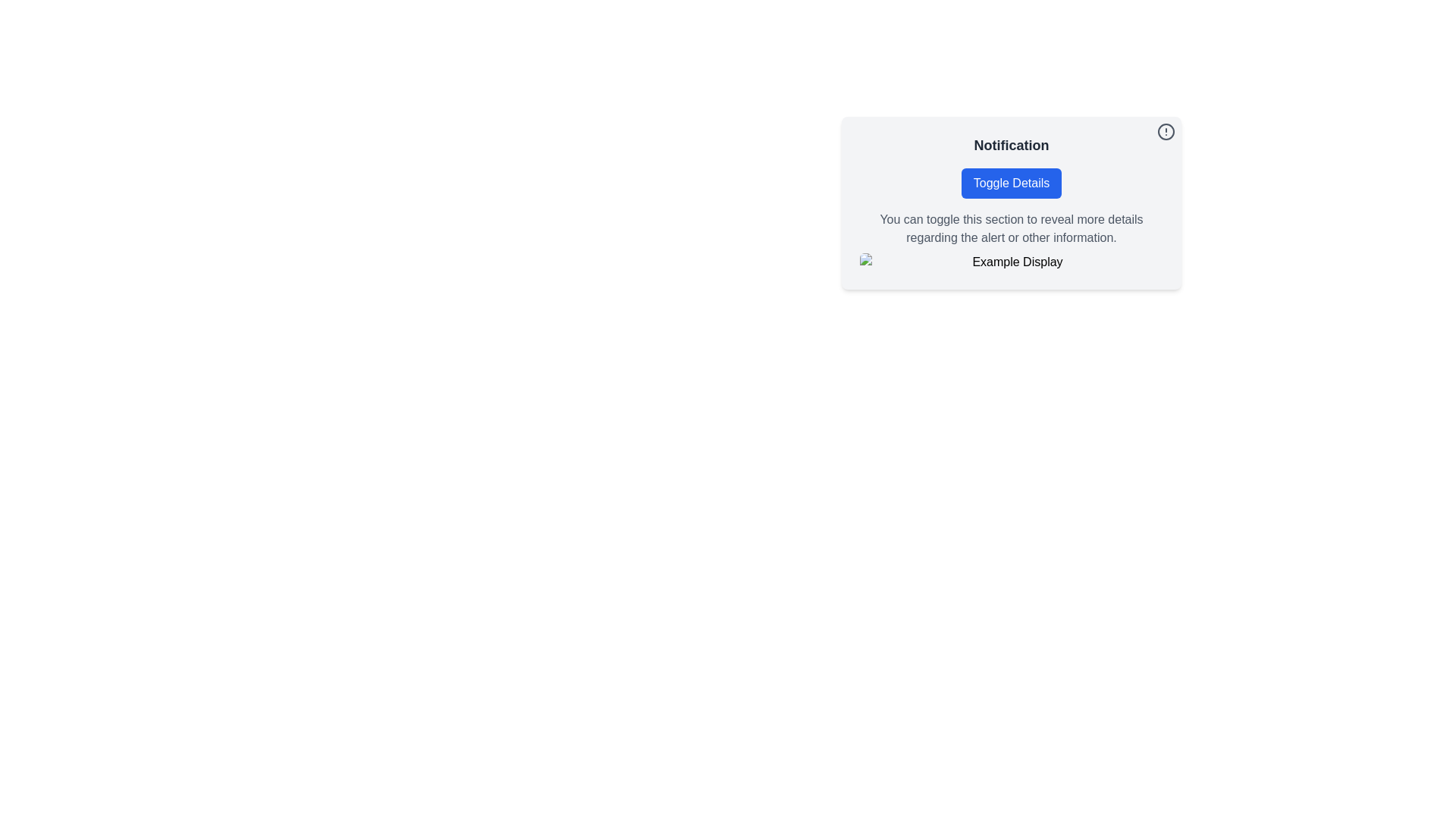  What do you see at coordinates (1012, 146) in the screenshot?
I see `text content of the 'Notification' text label element, which is prominently displayed at the top of its section, above the 'Toggle Details' button and to the left of a circular icon` at bounding box center [1012, 146].